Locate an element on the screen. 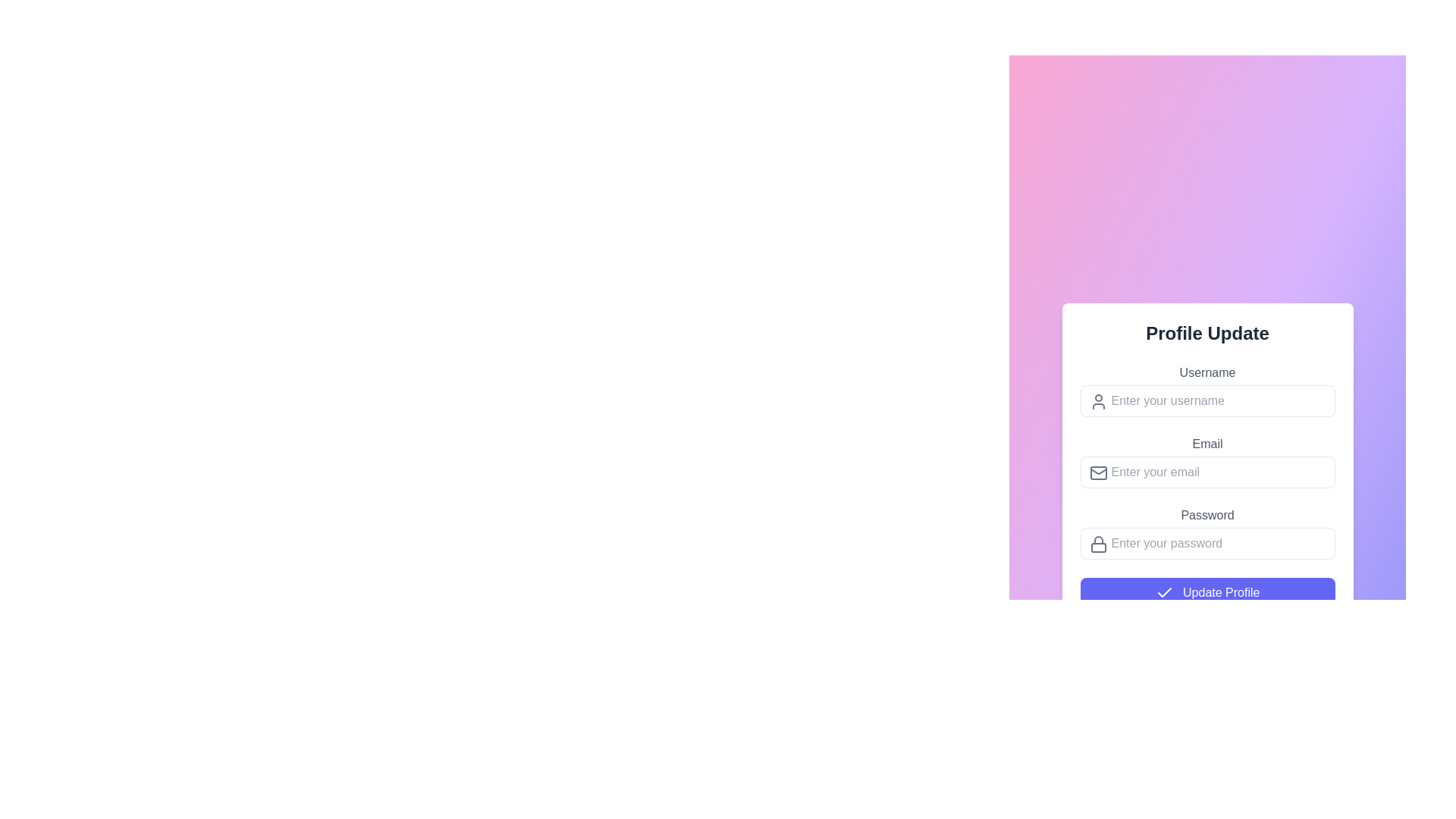  the user icon located in the top-left part of the username input field, which is outlined with a circular head and a simplified body shape in gray color is located at coordinates (1098, 400).